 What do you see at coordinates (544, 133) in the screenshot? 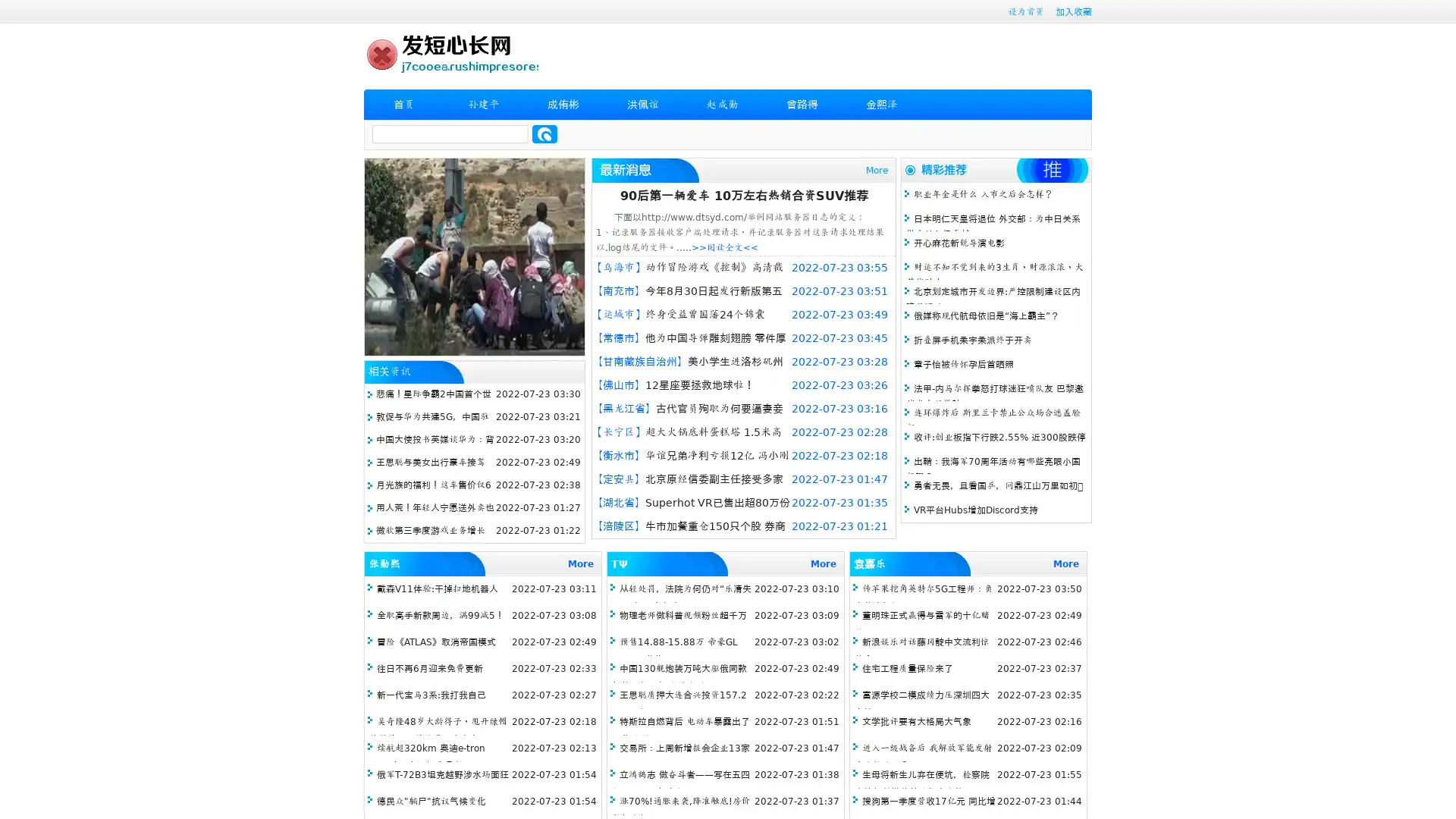
I see `Search` at bounding box center [544, 133].